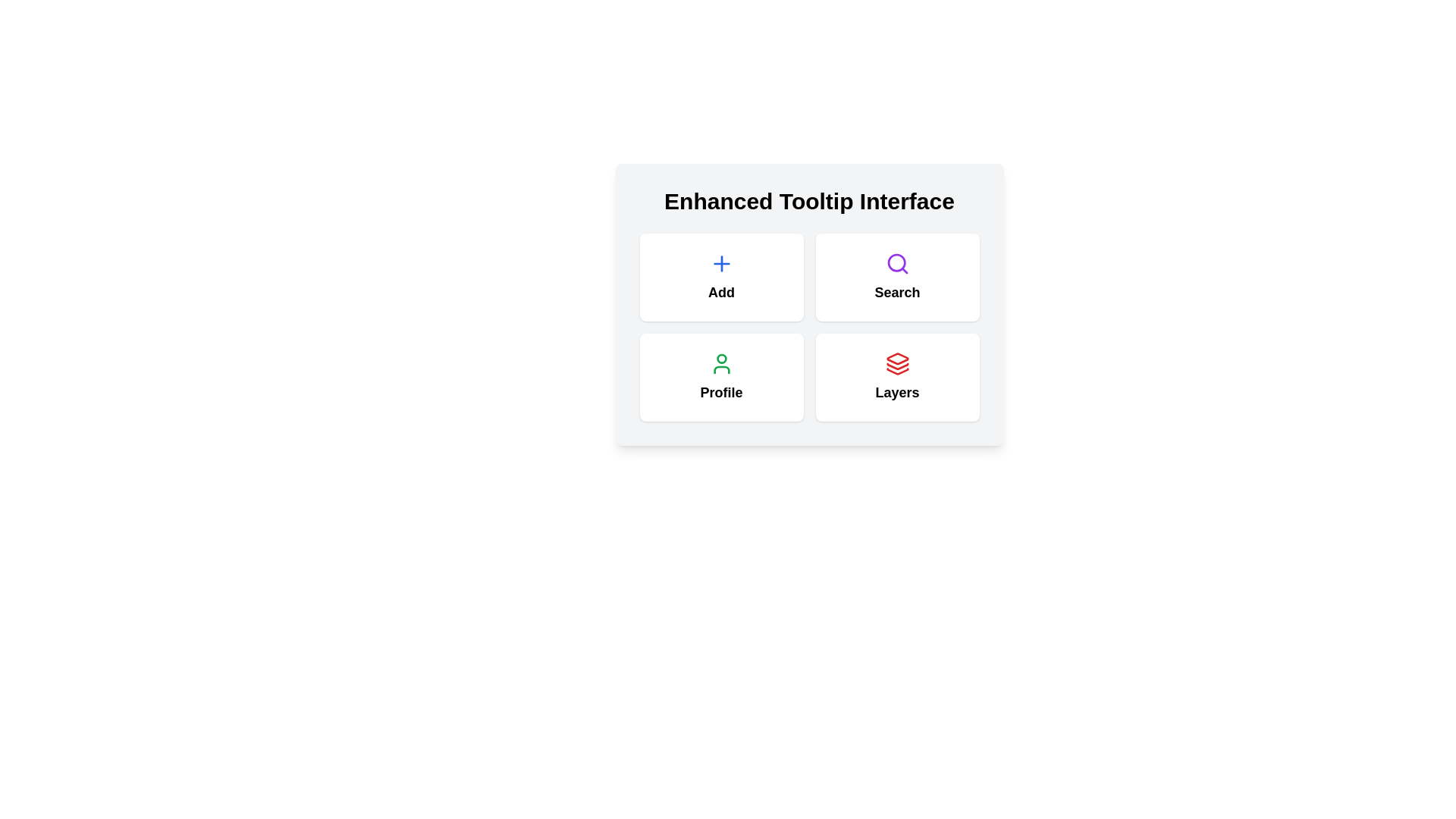 The height and width of the screenshot is (819, 1456). Describe the element at coordinates (720, 278) in the screenshot. I see `the 'Add' button, which is styled as a card with a blue plus sign icon and bold text, located at the top-left position of the grid layout` at that location.